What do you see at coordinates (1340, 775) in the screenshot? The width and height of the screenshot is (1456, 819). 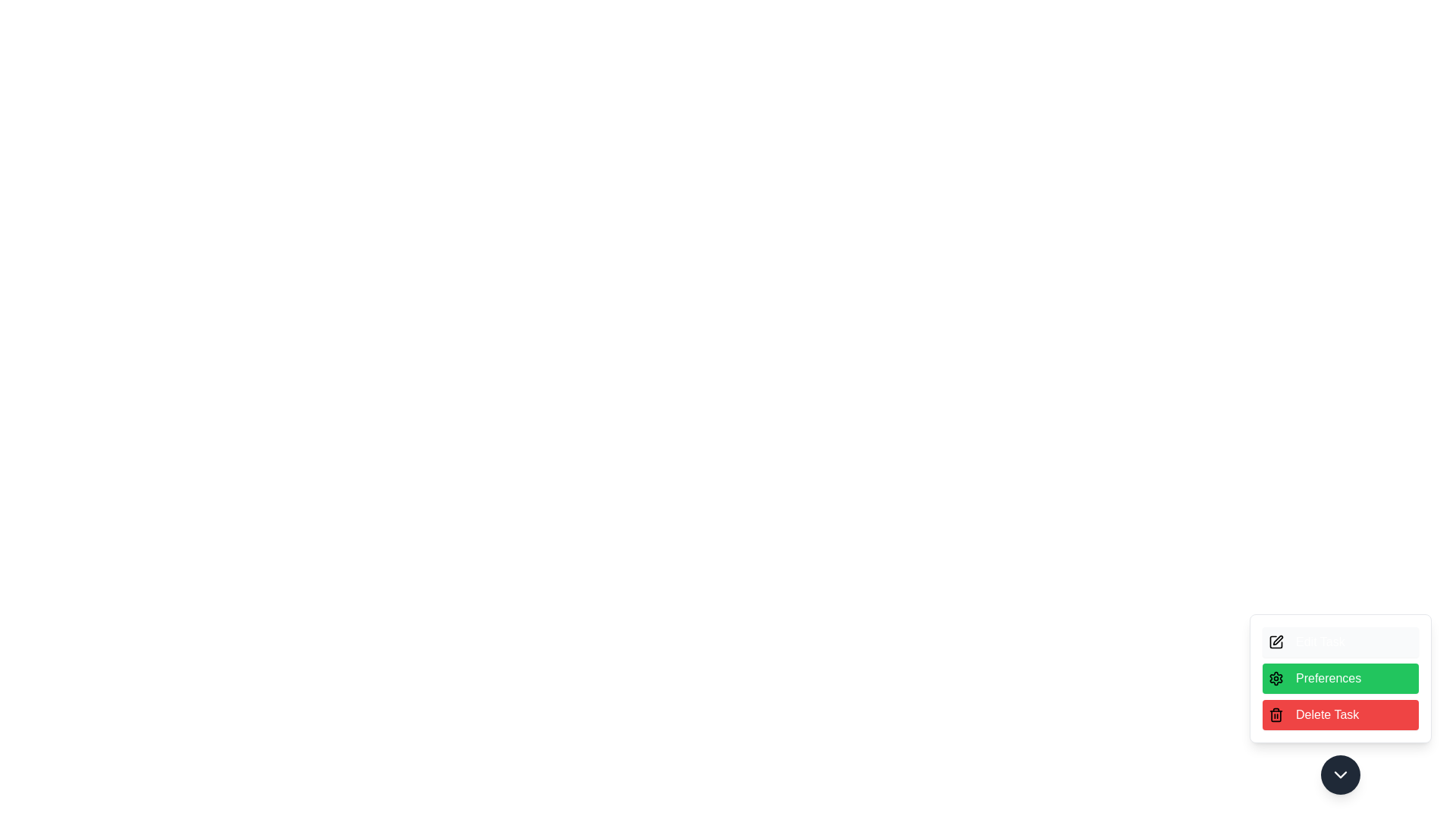 I see `the main button to toggle the menu open or closed` at bounding box center [1340, 775].